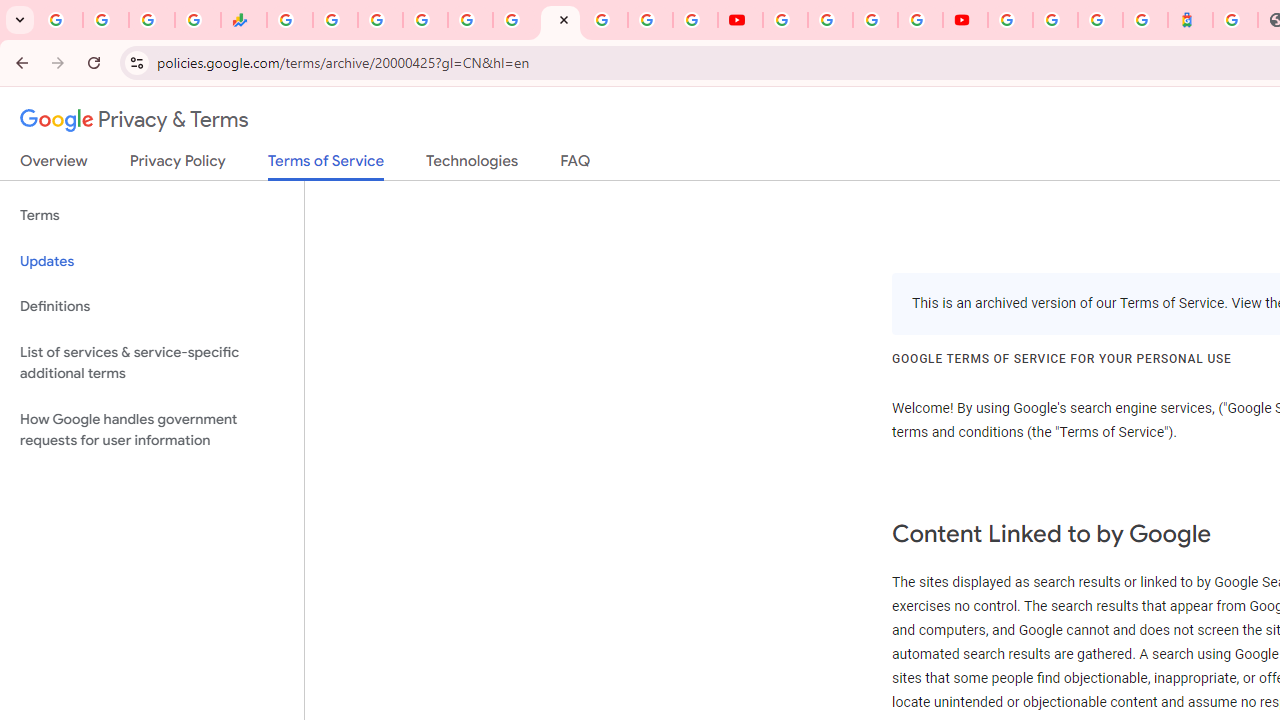 The width and height of the screenshot is (1280, 720). What do you see at coordinates (1190, 20) in the screenshot?
I see `'Atour Hotel - Google hotels'` at bounding box center [1190, 20].